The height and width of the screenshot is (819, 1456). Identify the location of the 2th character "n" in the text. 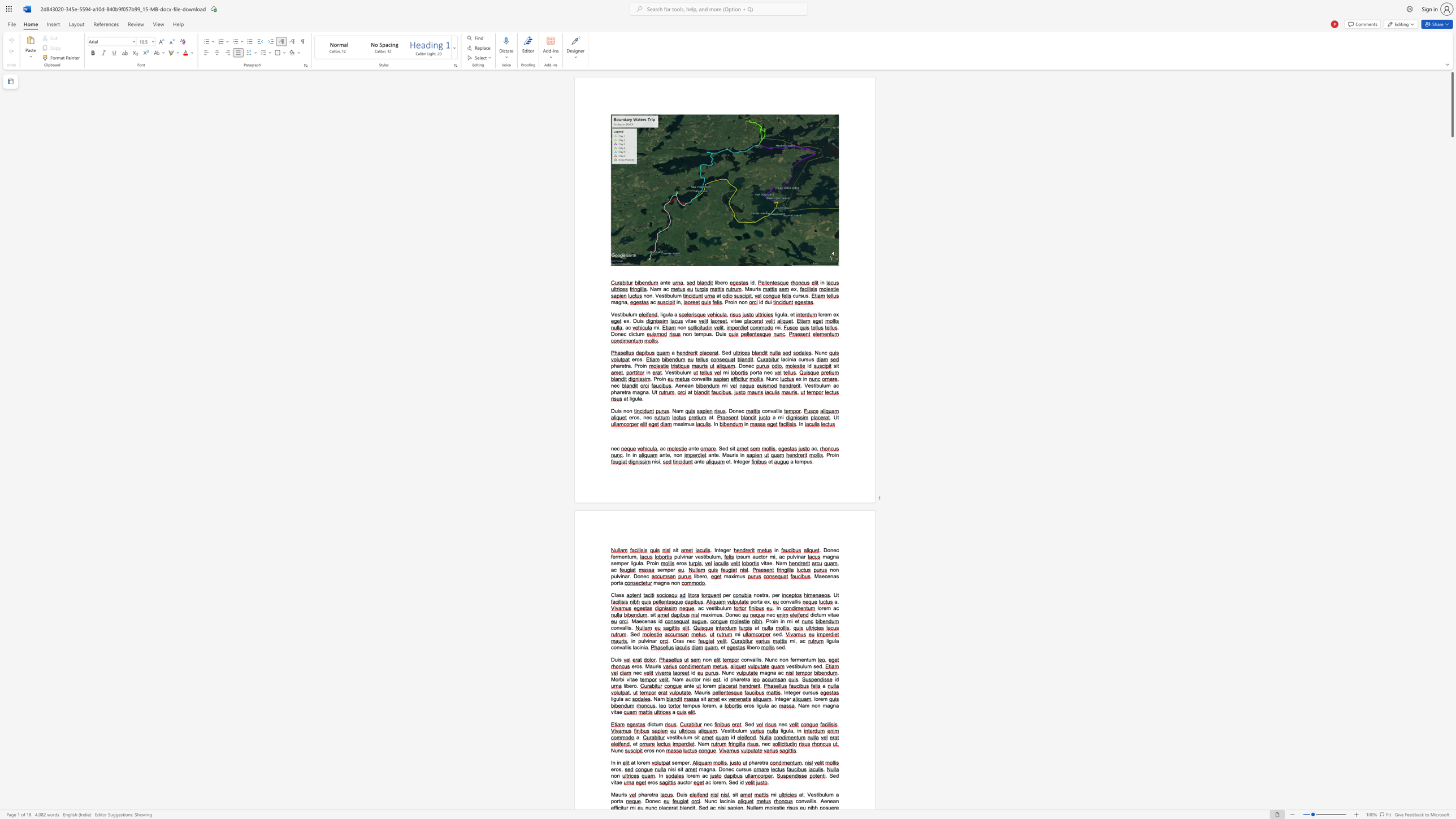
(650, 640).